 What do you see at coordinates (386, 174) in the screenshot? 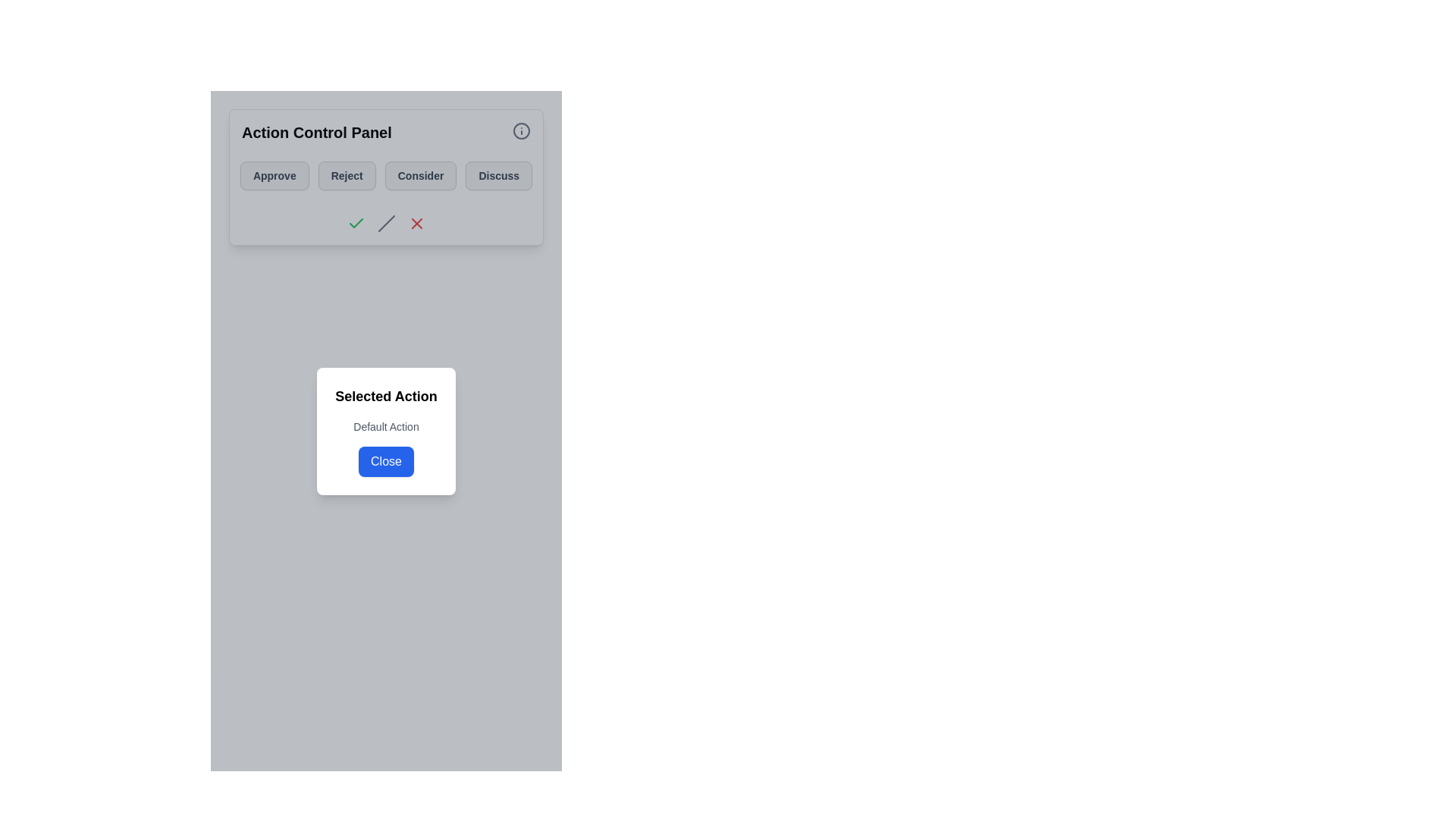
I see `the 'Consider' button, the third button in the 'Action Control Panel', using keyboard navigation` at bounding box center [386, 174].